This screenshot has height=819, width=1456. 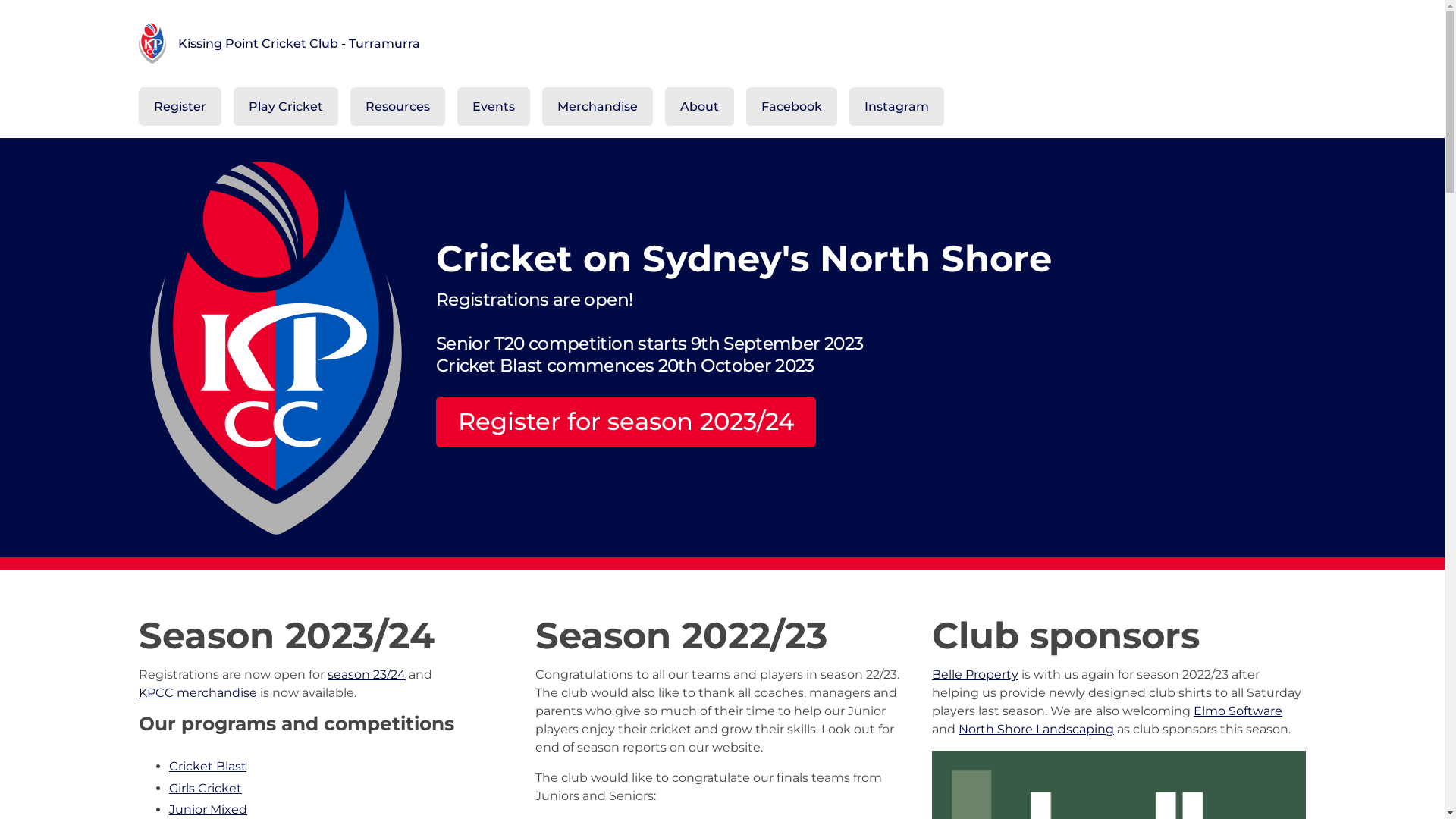 I want to click on 'Resources', so click(x=349, y=105).